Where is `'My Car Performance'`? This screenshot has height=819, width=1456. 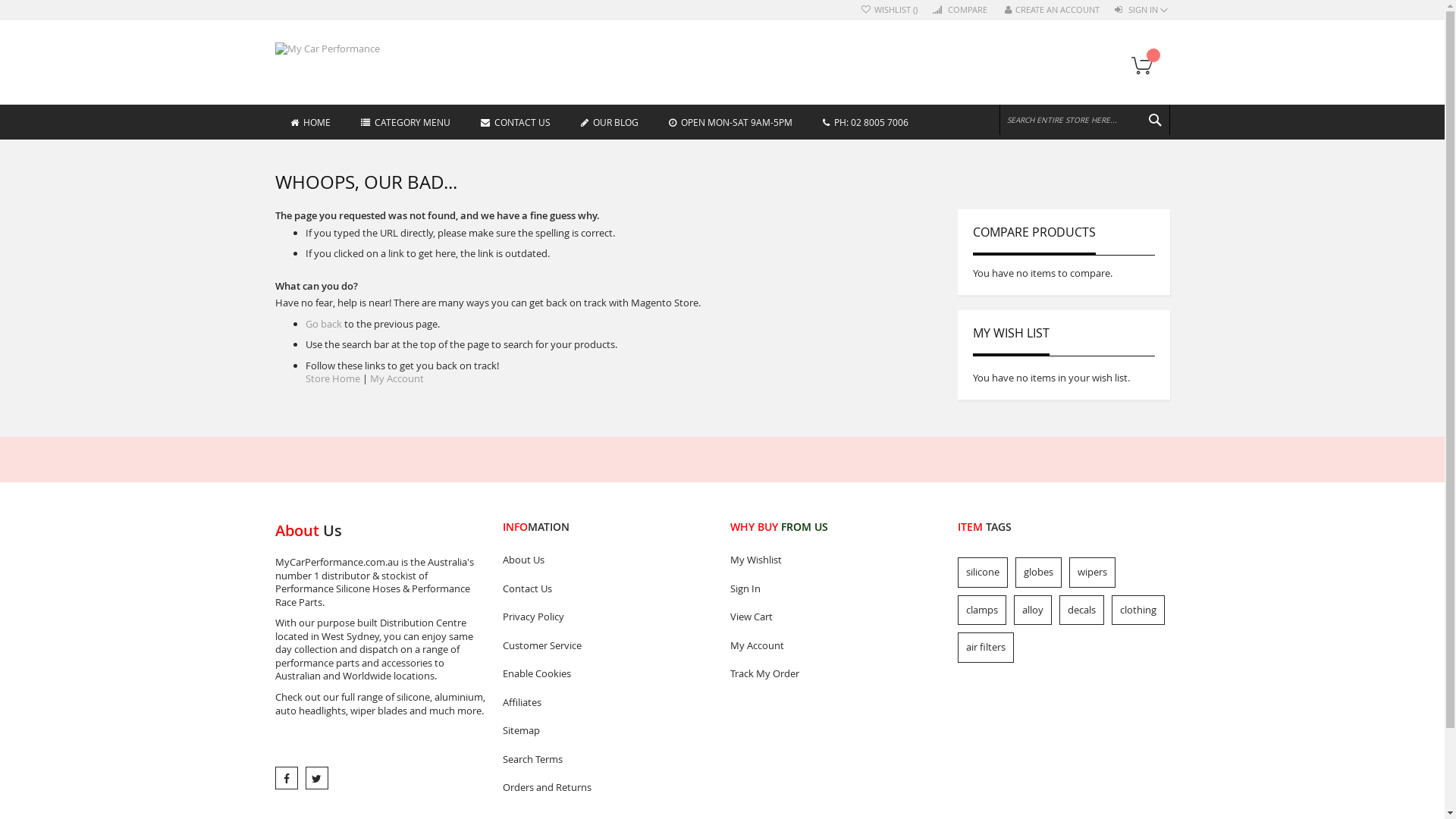
'My Car Performance' is located at coordinates (337, 49).